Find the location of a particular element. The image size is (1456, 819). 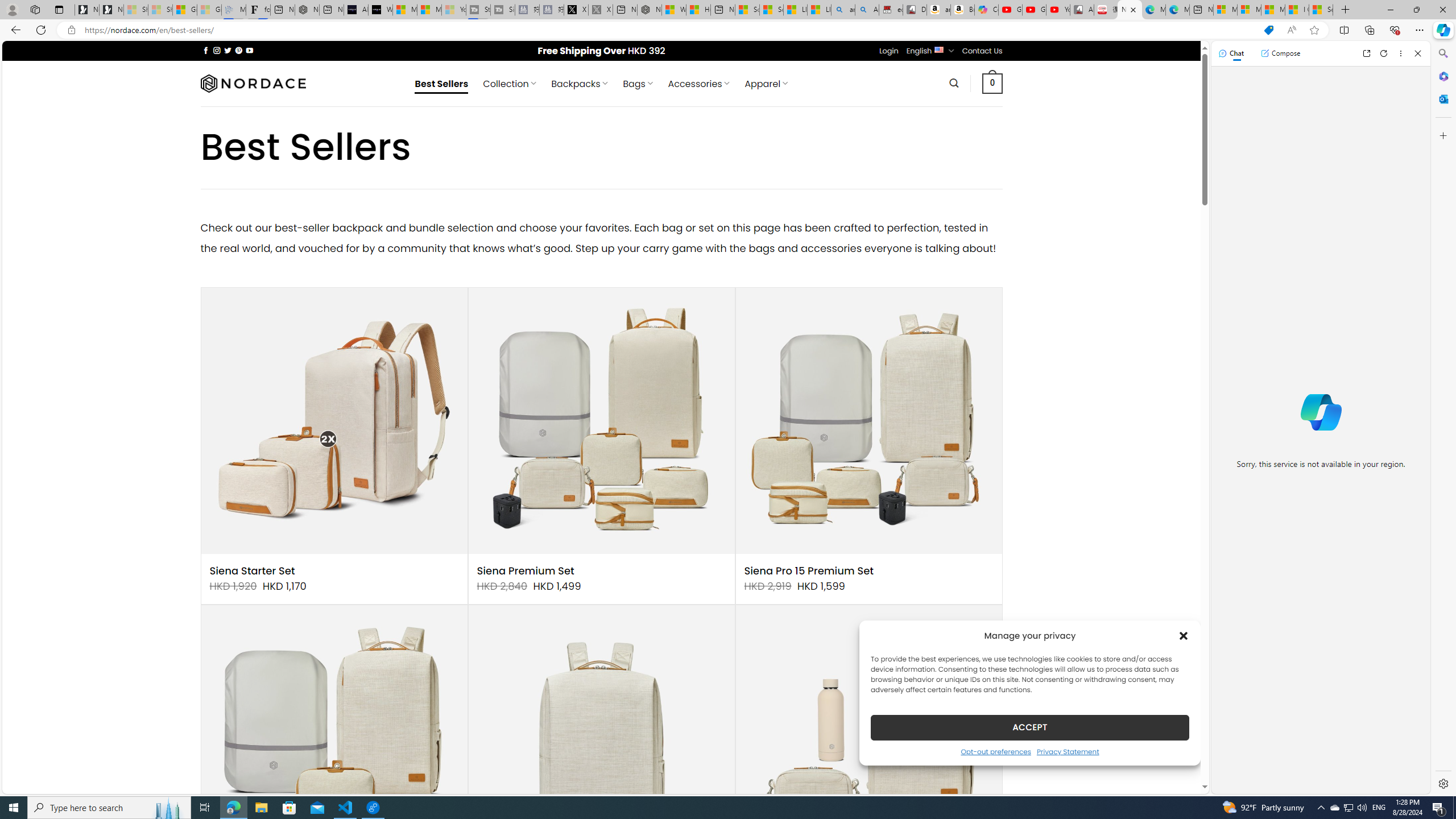

'Opt-out preferences' is located at coordinates (995, 751).